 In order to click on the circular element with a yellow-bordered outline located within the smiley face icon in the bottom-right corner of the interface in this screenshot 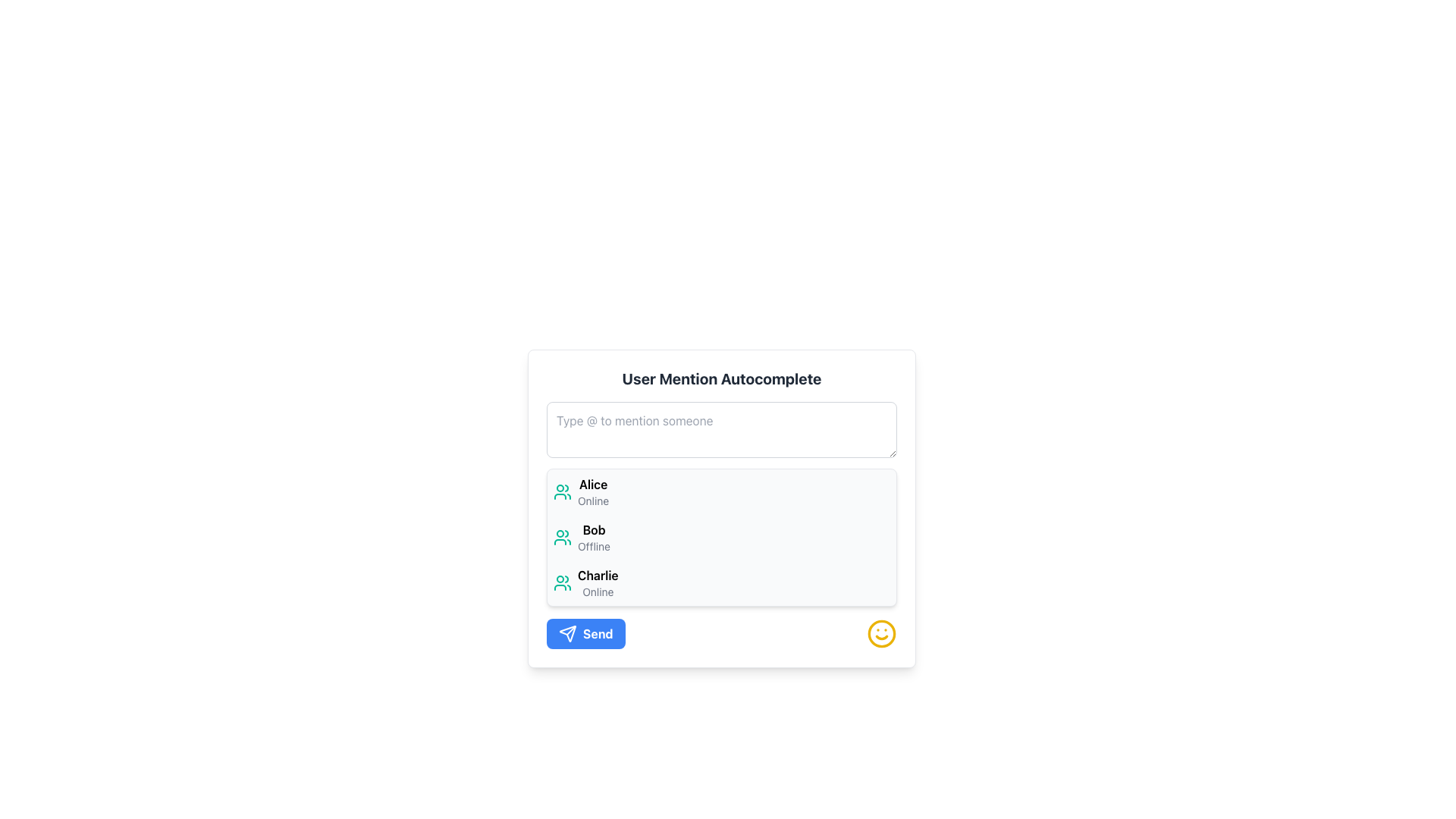, I will do `click(881, 634)`.